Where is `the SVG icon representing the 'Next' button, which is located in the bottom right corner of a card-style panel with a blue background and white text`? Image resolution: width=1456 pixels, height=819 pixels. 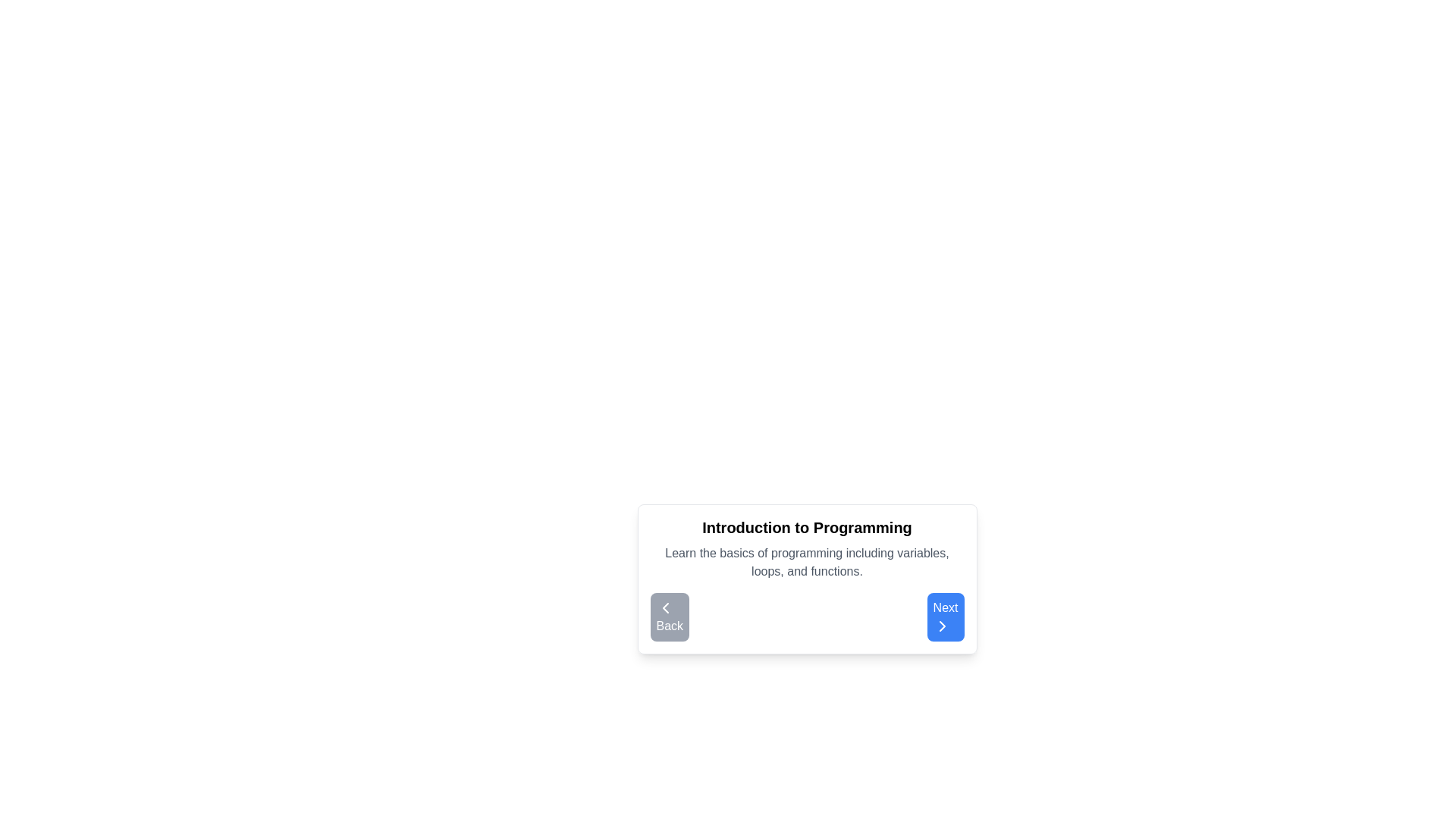
the SVG icon representing the 'Next' button, which is located in the bottom right corner of a card-style panel with a blue background and white text is located at coordinates (941, 626).